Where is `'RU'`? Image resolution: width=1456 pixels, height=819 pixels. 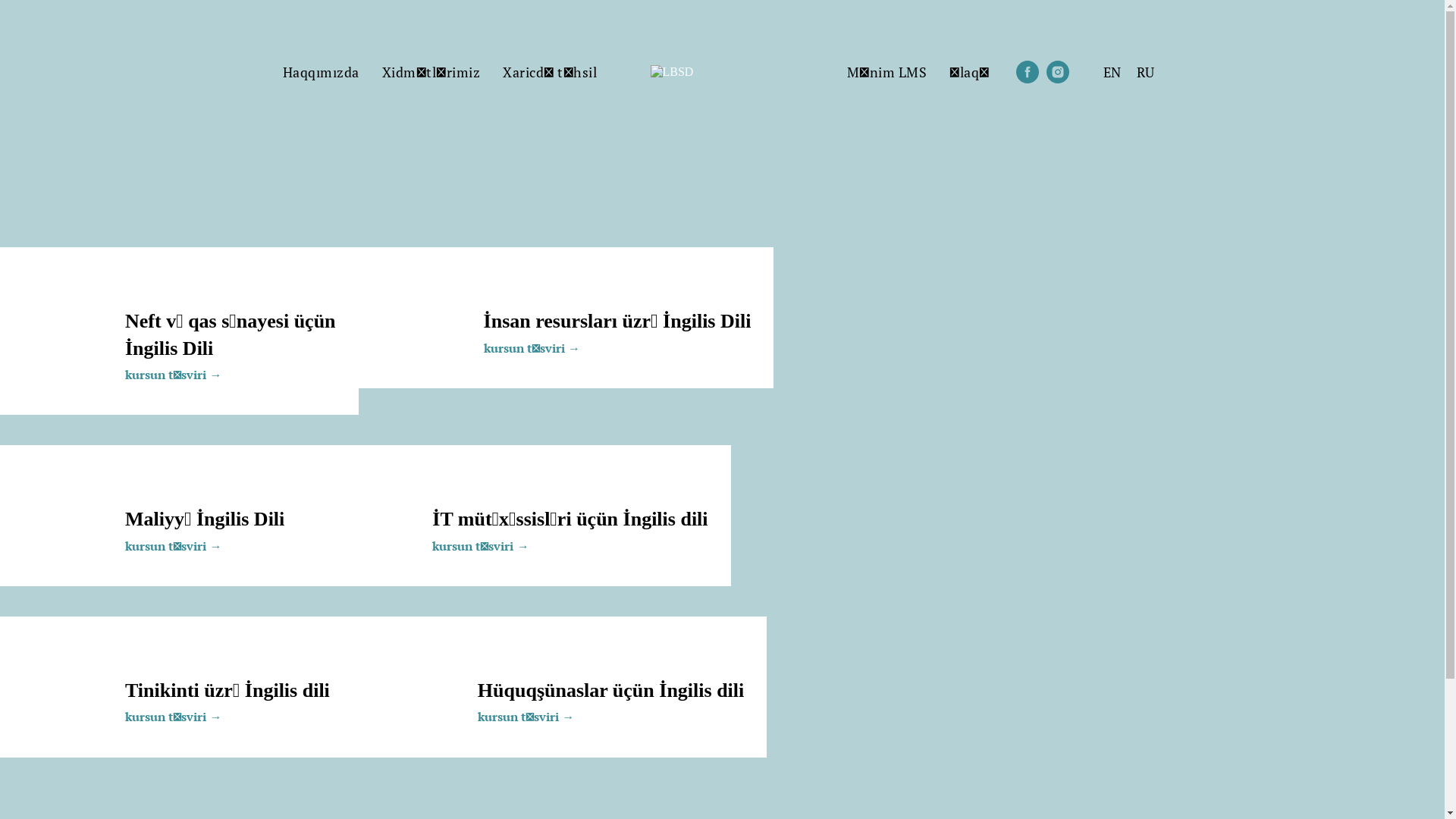 'RU' is located at coordinates (1145, 72).